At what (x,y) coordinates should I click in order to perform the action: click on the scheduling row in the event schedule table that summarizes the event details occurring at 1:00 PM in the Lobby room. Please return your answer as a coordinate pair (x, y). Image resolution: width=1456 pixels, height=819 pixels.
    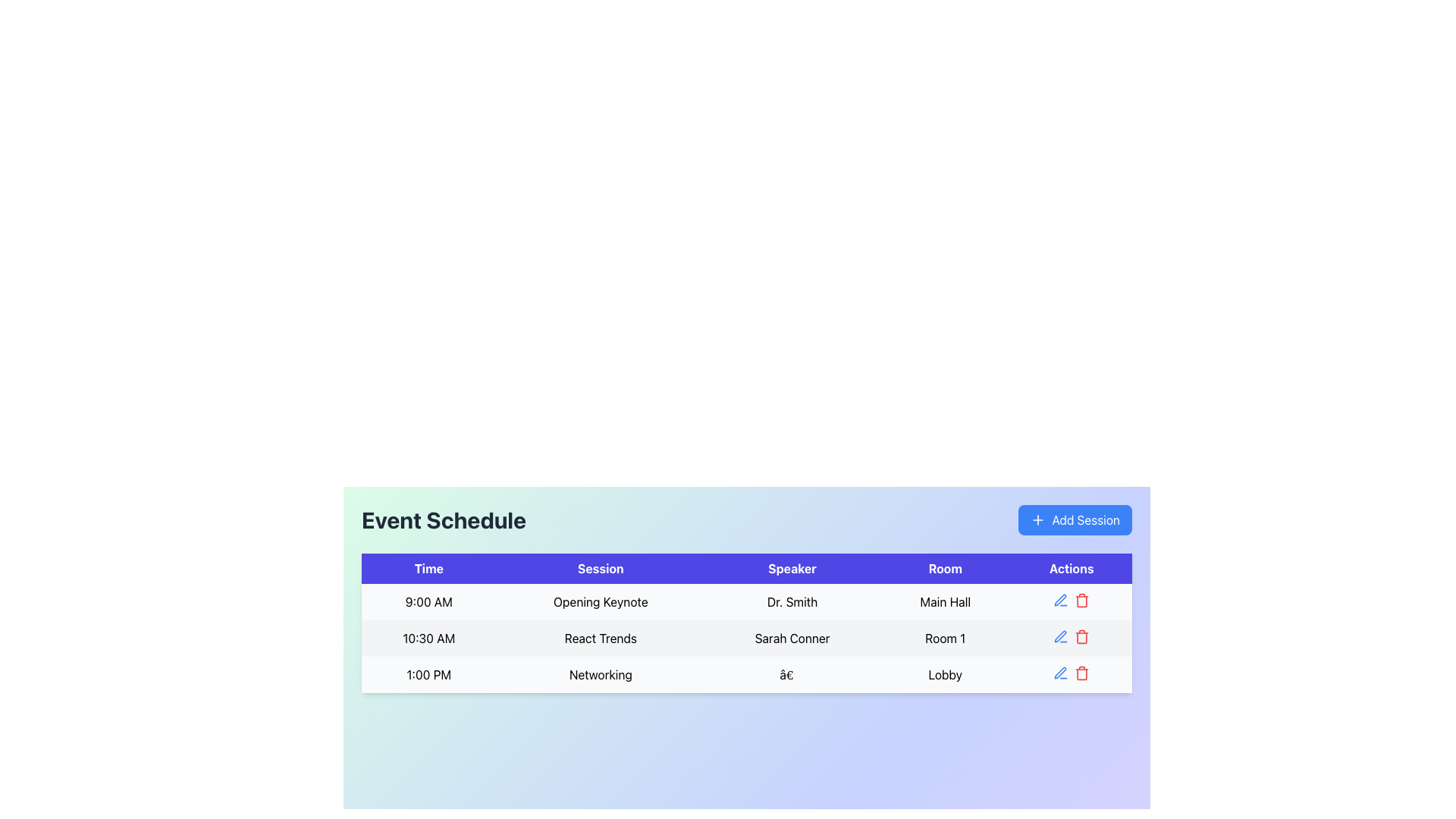
    Looking at the image, I should click on (746, 674).